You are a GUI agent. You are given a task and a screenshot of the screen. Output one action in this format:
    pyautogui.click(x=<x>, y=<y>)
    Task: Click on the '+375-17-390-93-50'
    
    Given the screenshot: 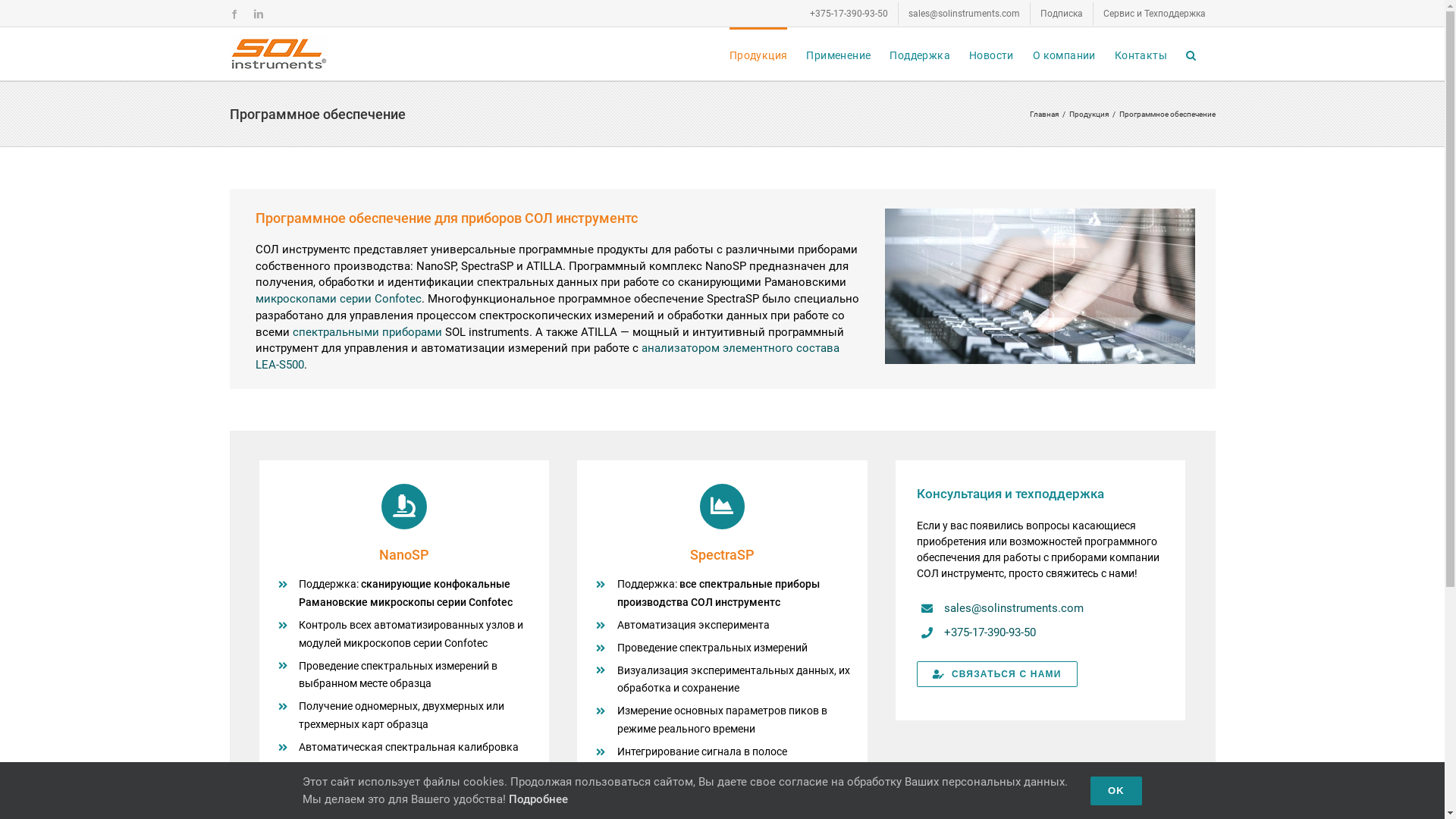 What is the action you would take?
    pyautogui.click(x=847, y=12)
    